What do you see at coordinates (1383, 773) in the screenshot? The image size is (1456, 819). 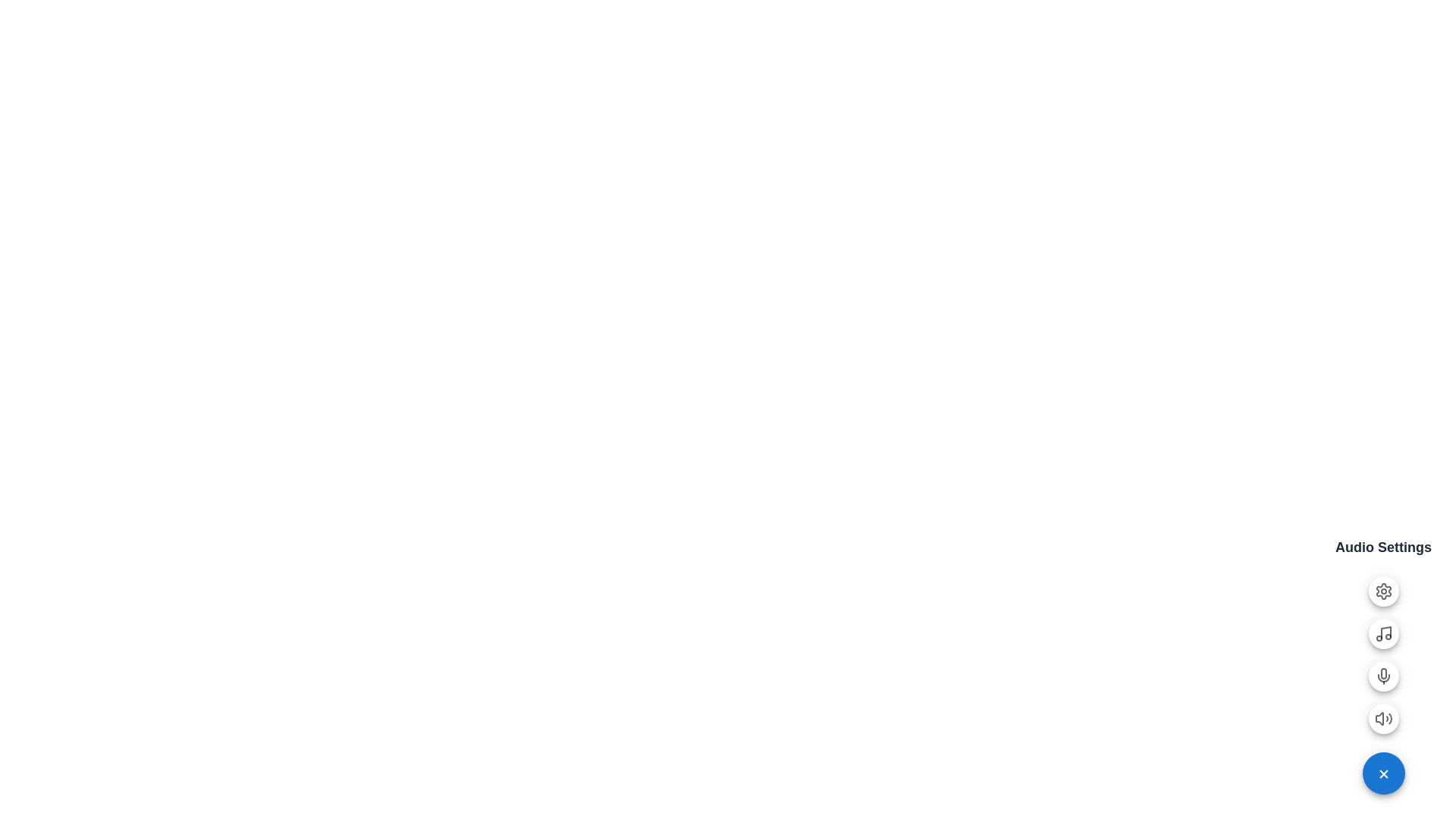 I see `the blue circular button with a white cross icon located in the bottom-right corner of the interface` at bounding box center [1383, 773].